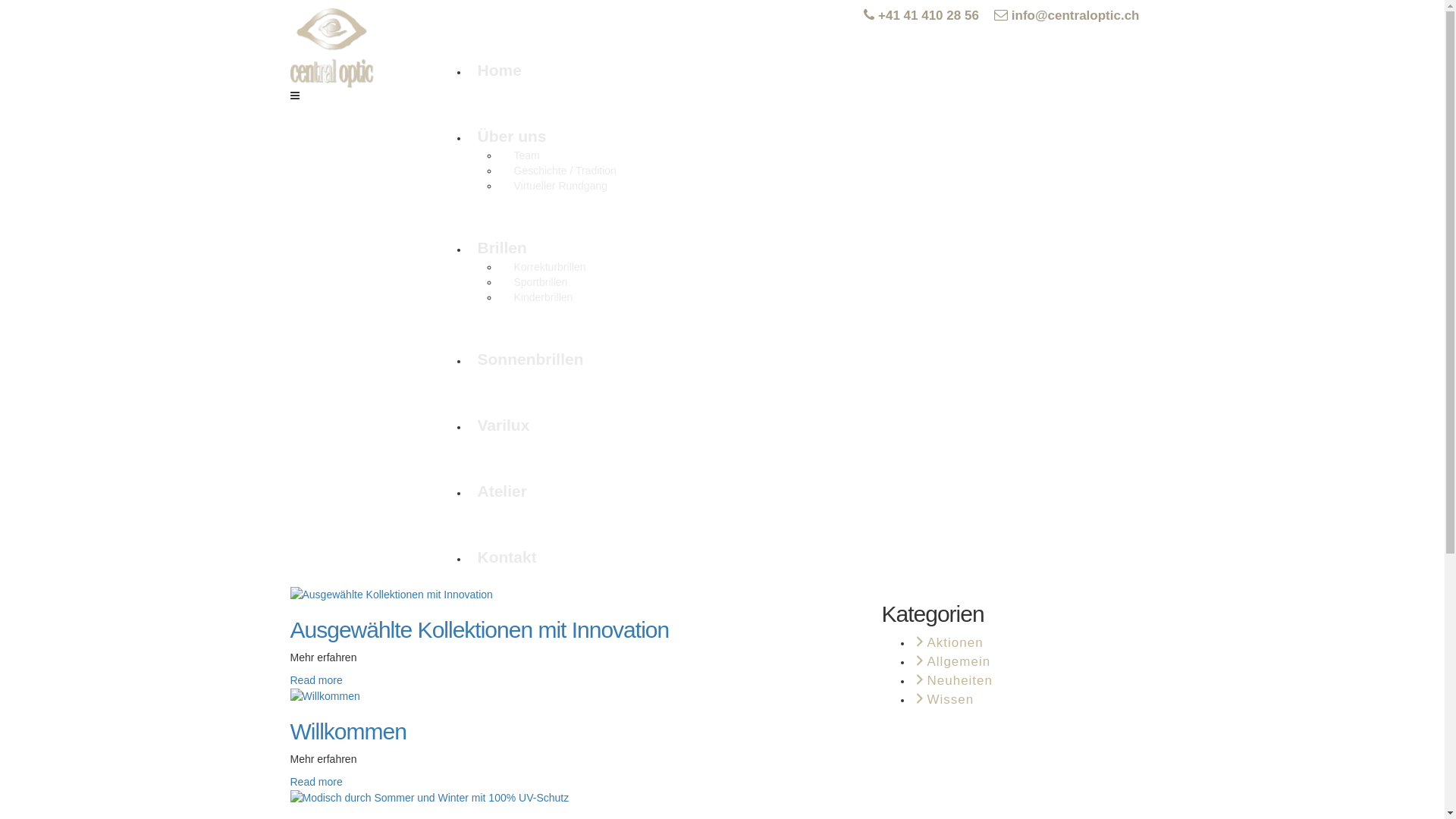 Image resolution: width=1456 pixels, height=819 pixels. What do you see at coordinates (315, 679) in the screenshot?
I see `'Read more'` at bounding box center [315, 679].